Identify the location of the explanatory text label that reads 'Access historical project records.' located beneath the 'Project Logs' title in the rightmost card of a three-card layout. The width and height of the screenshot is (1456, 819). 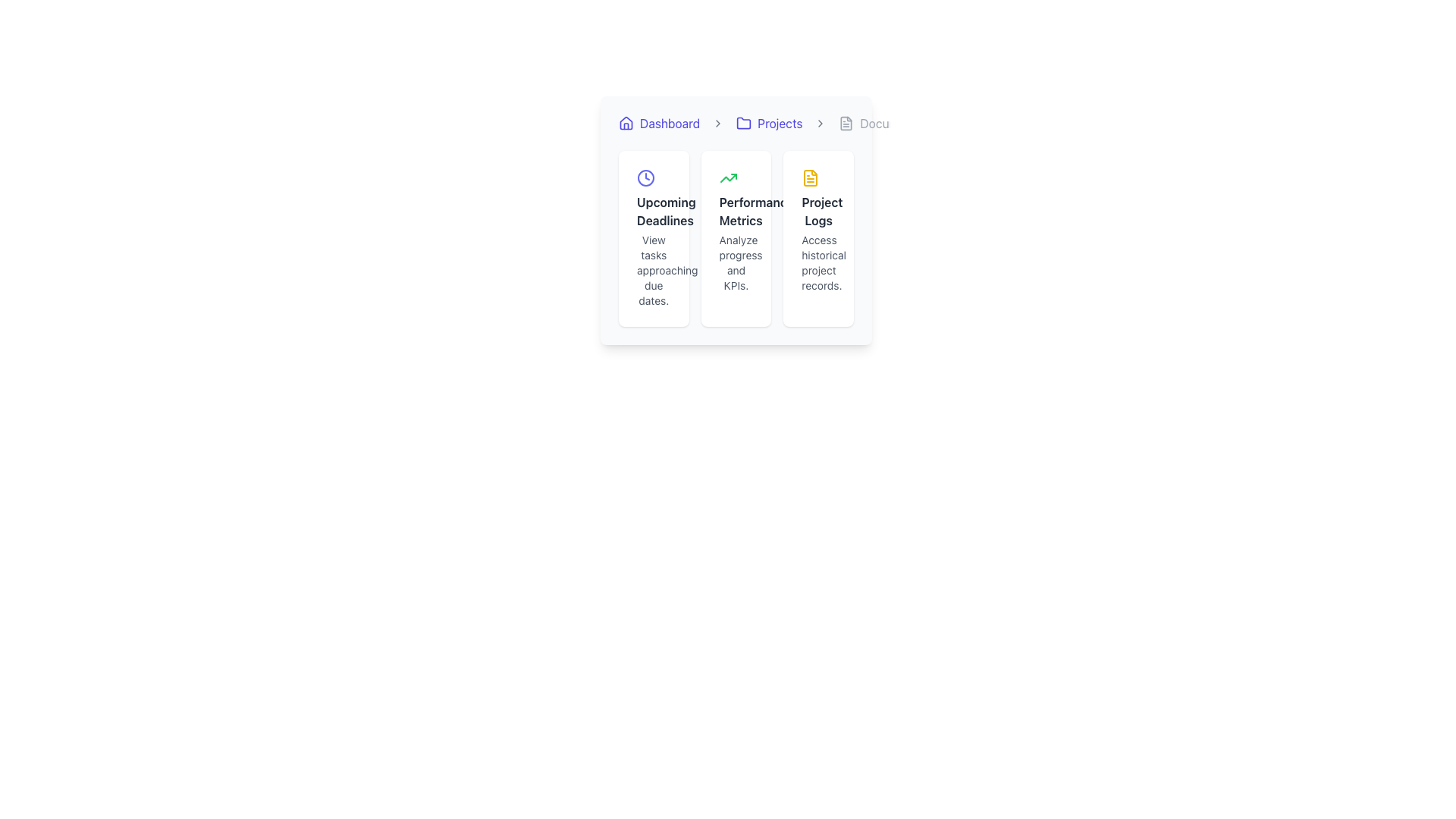
(817, 262).